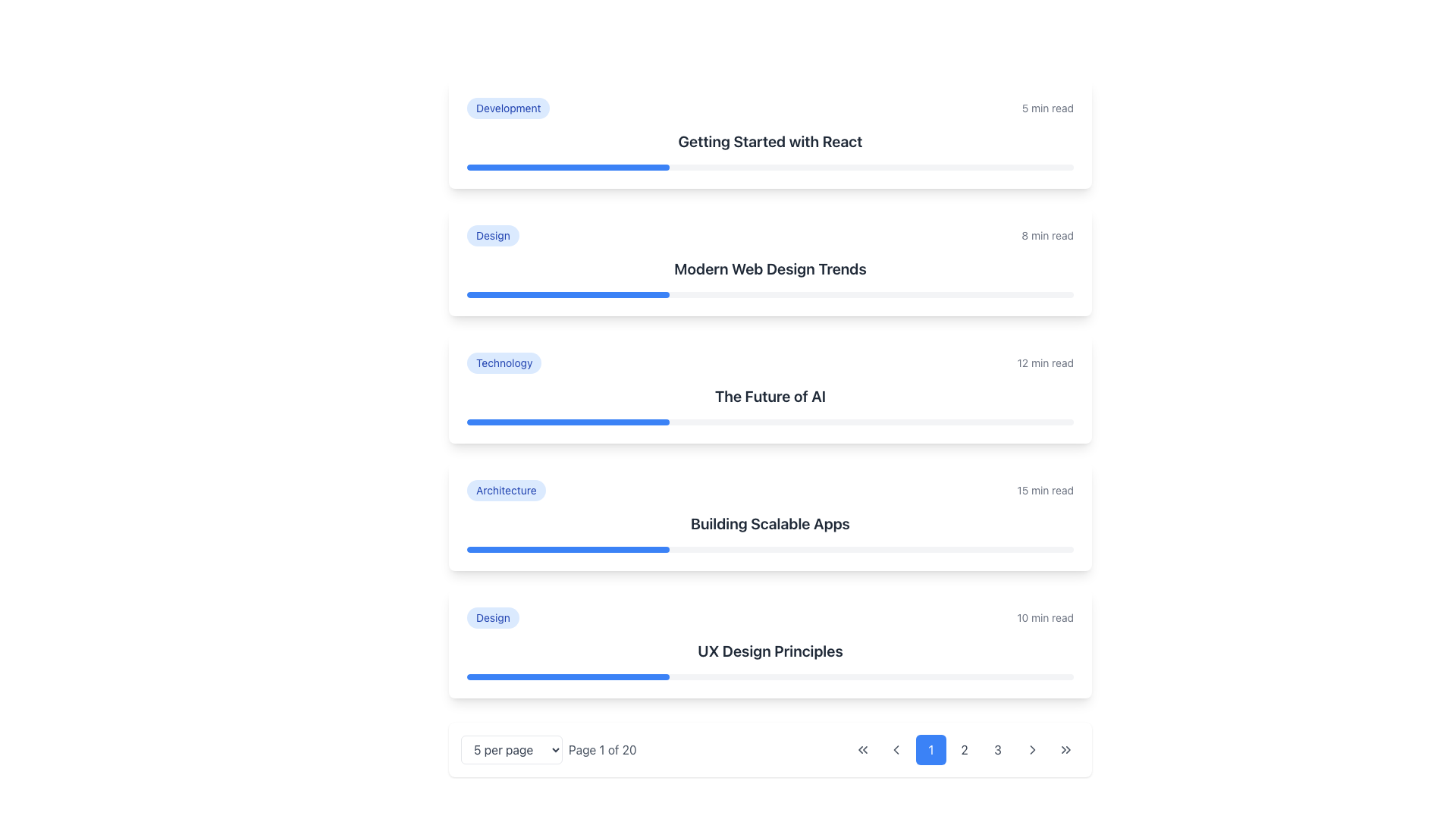 The height and width of the screenshot is (819, 1456). I want to click on the progress bar located beneath the title 'Modern Web Design Trends' to gauge its current progress visually, so click(770, 295).